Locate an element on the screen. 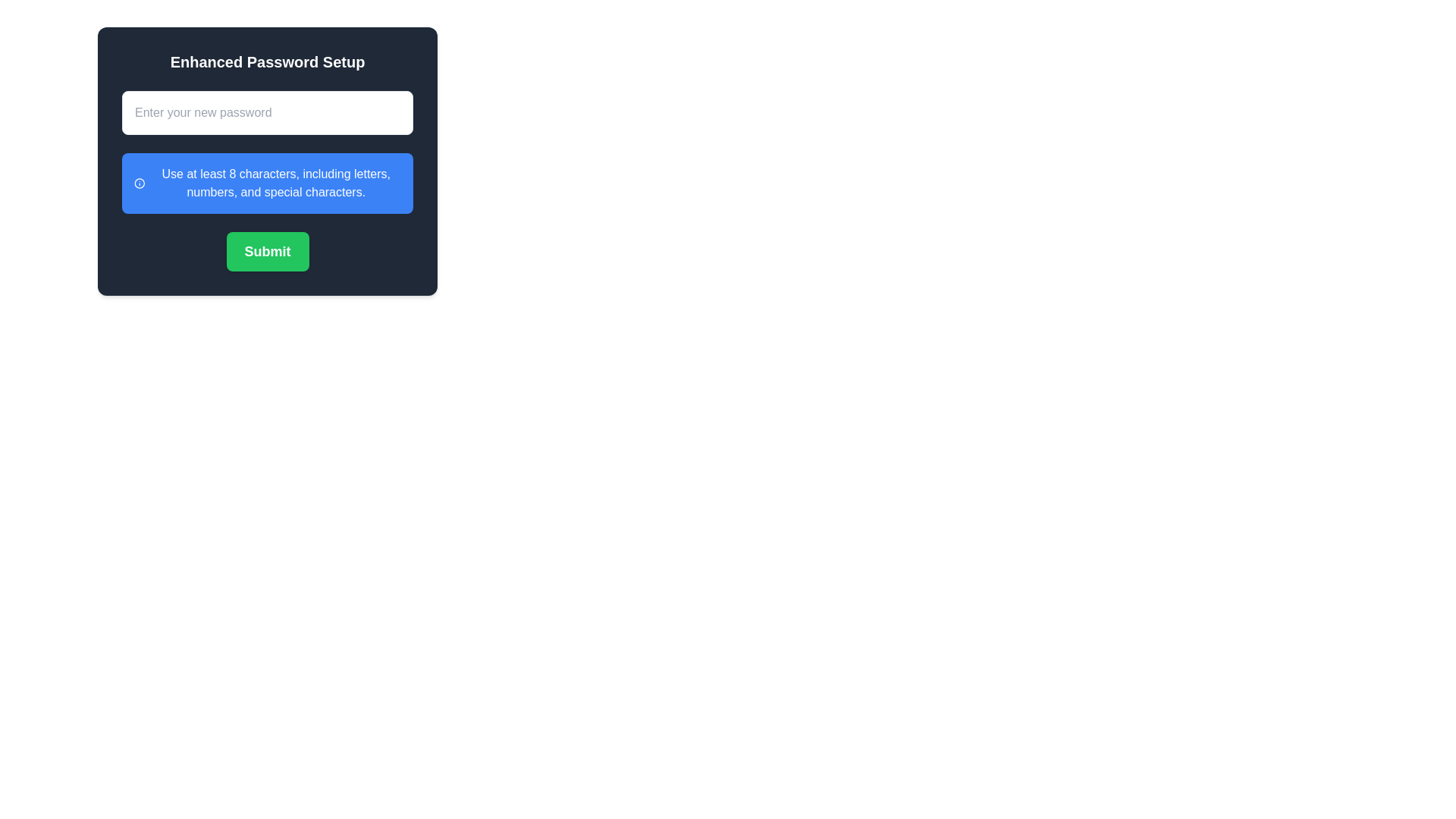  guidelines for password creation from the Information box located under the title 'Enhanced Password Setup' and above the green button labeled 'Submit.' is located at coordinates (268, 161).